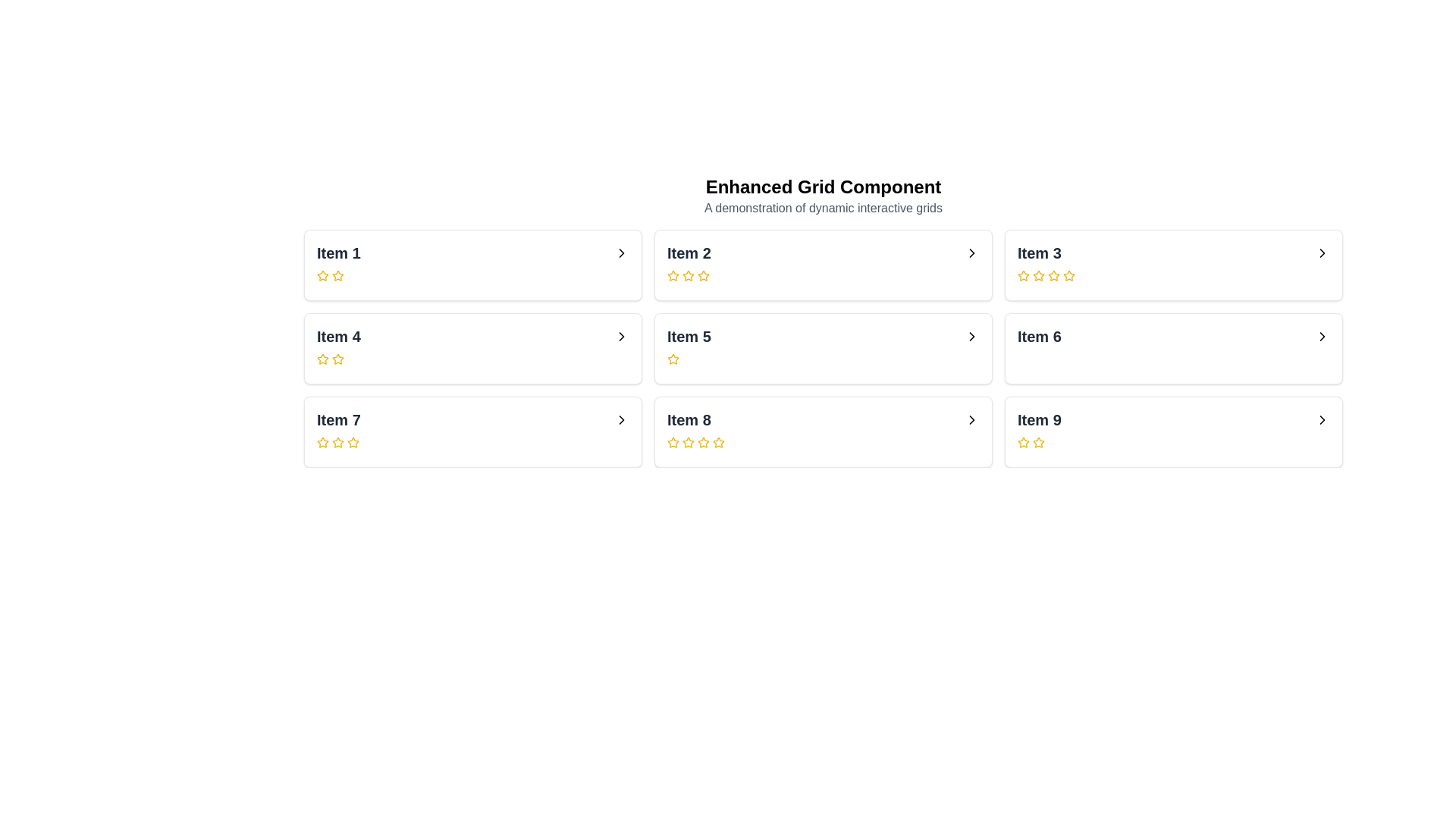 The image size is (1456, 819). I want to click on the Card representing 'Item 7', which is located, so click(472, 432).